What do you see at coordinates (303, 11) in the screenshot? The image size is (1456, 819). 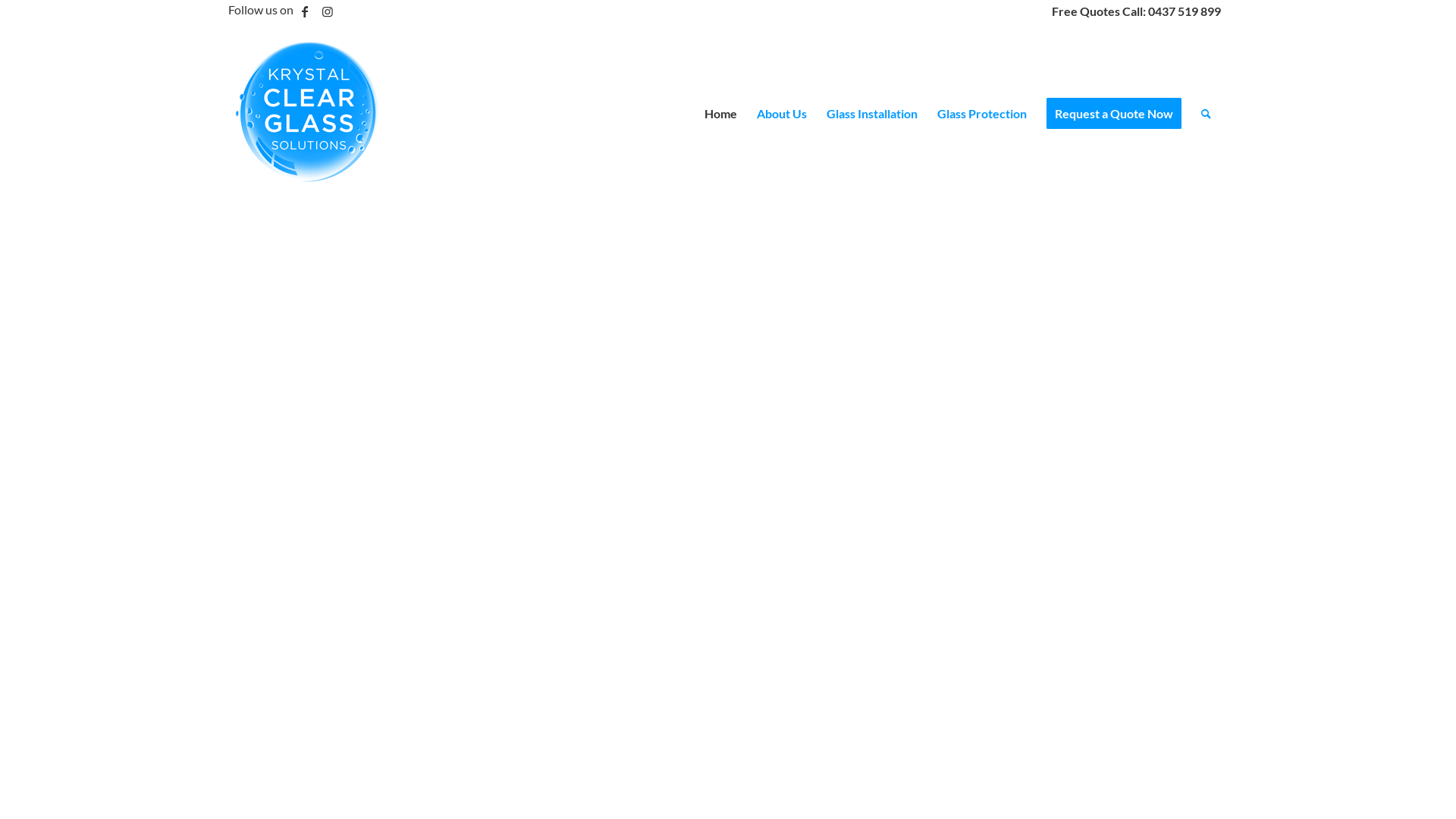 I see `'Facebook'` at bounding box center [303, 11].